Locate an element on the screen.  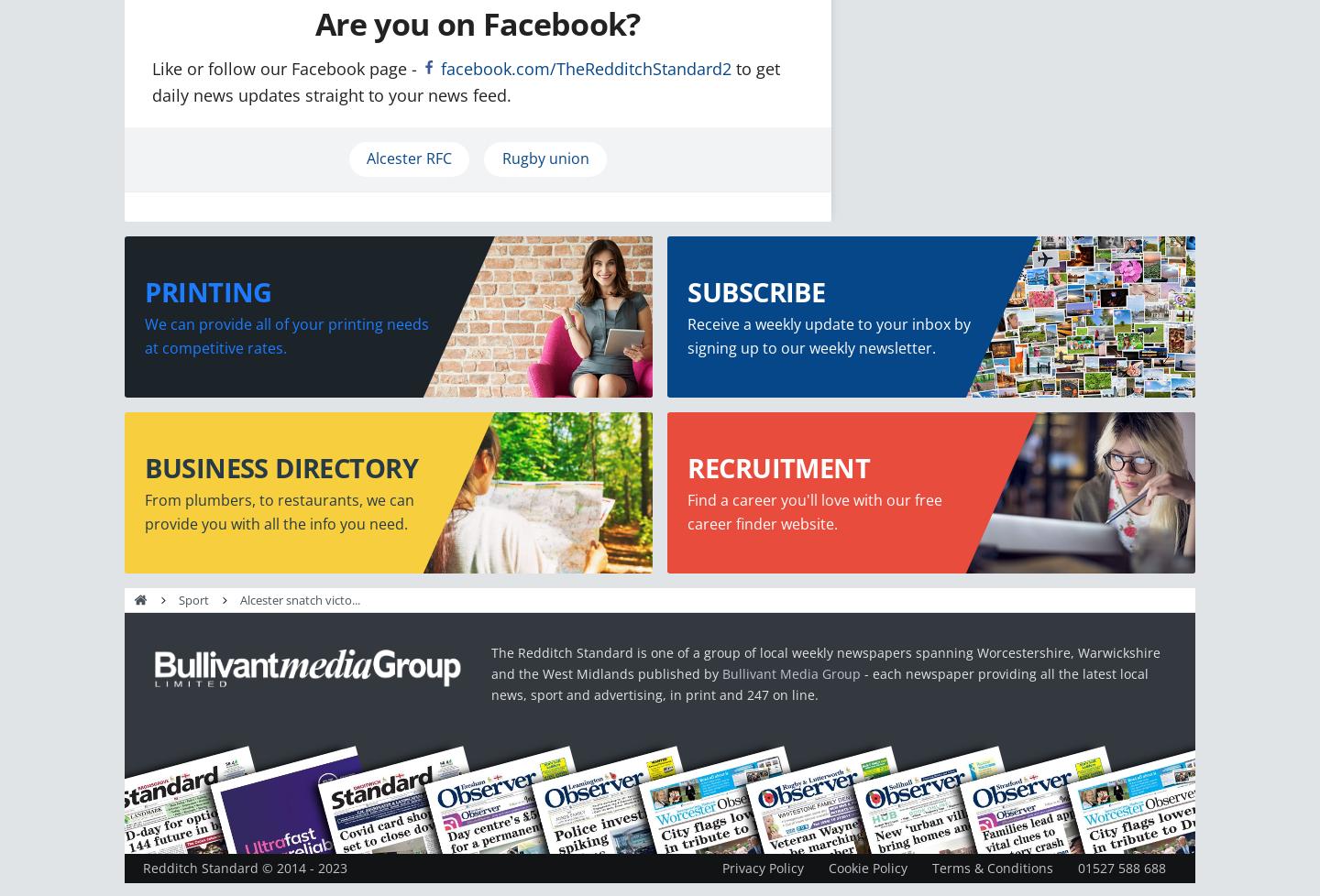
'We can provide all of your printing needs at competitive rates.' is located at coordinates (287, 334).